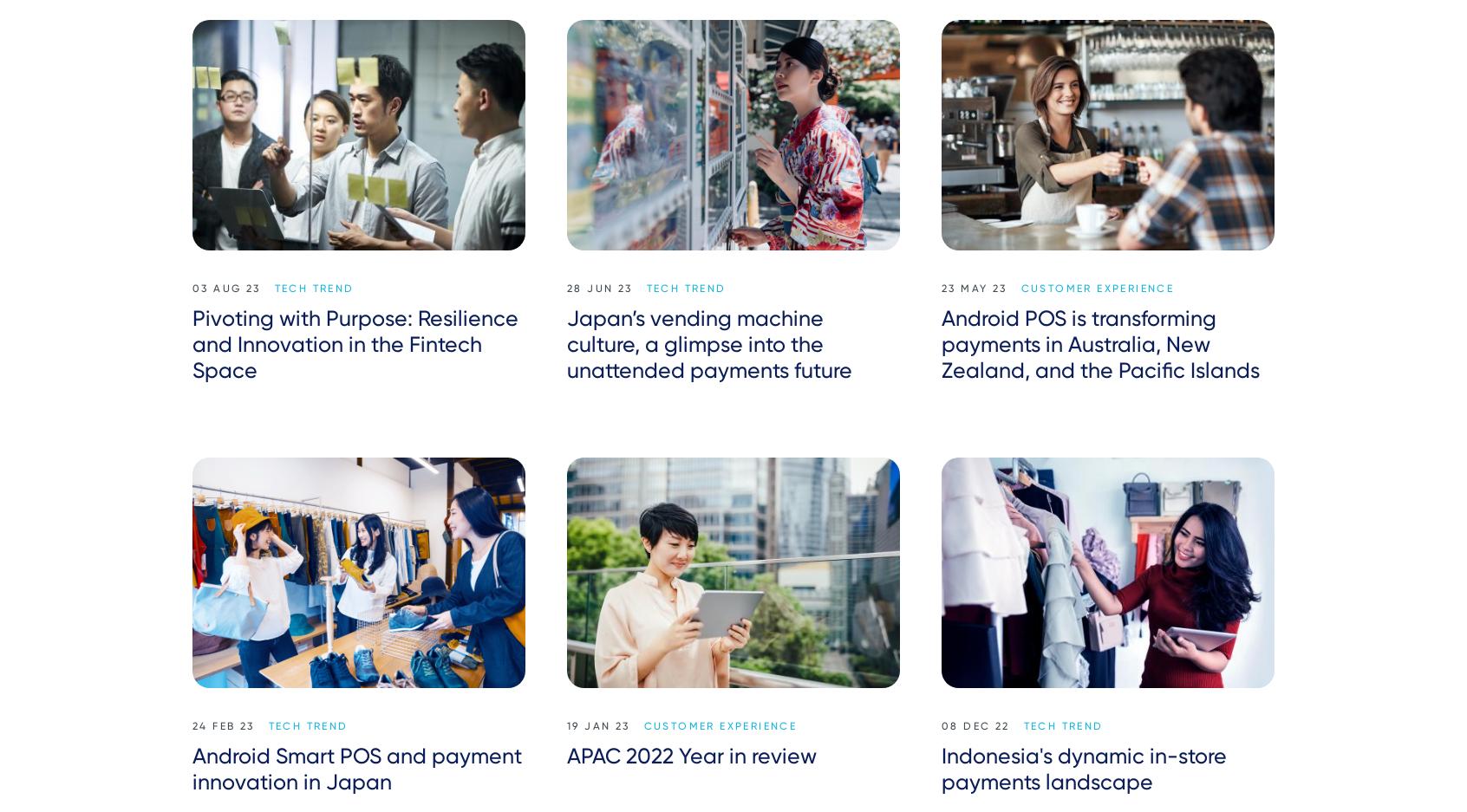 The width and height of the screenshot is (1467, 812). I want to click on 'Partner locator', so click(1210, 760).